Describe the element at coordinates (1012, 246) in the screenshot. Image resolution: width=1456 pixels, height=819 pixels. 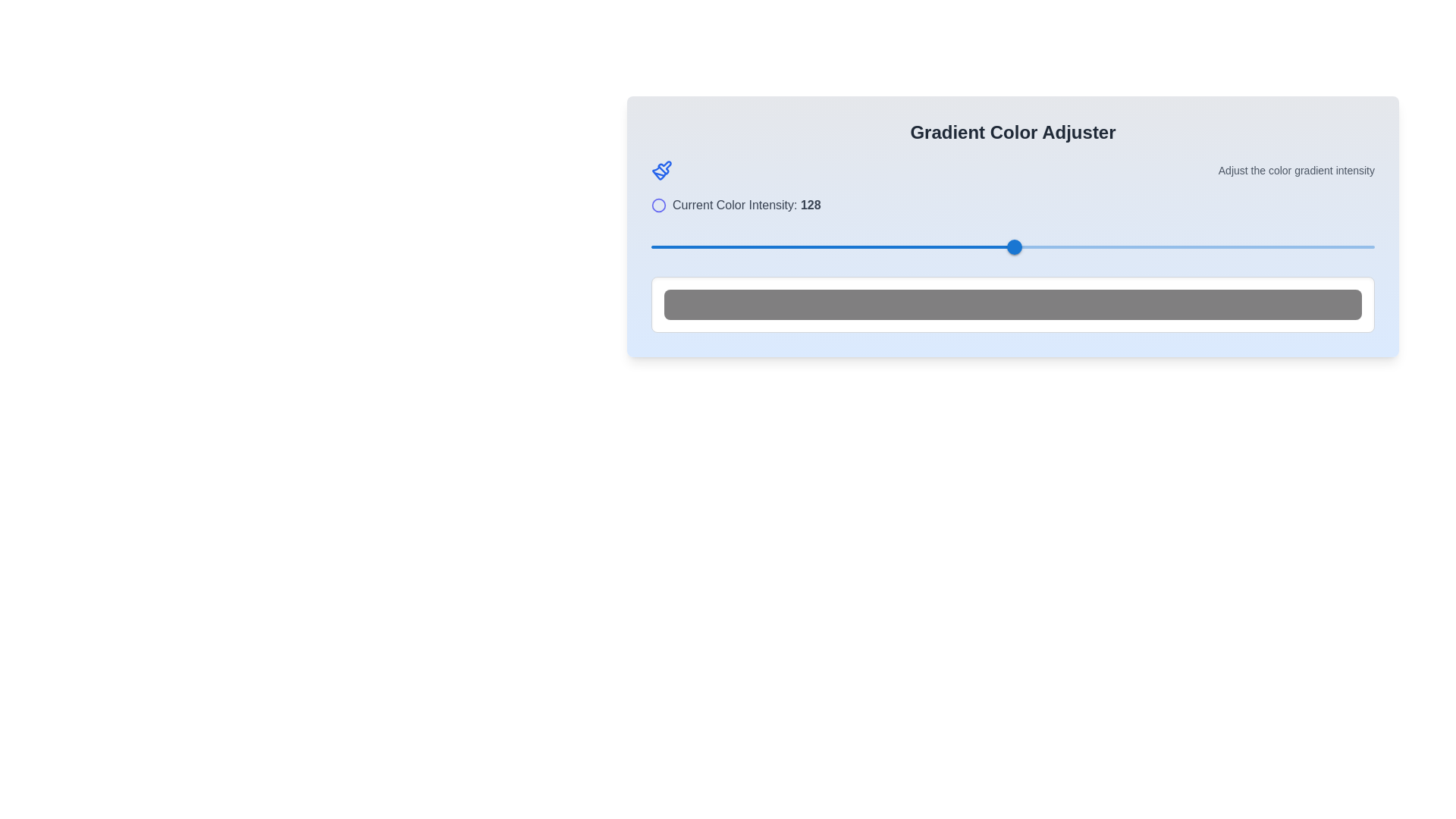
I see `the track of the horizontal slider located below the text 'Current Color Intensity: 128' to reposition the thumb control` at that location.